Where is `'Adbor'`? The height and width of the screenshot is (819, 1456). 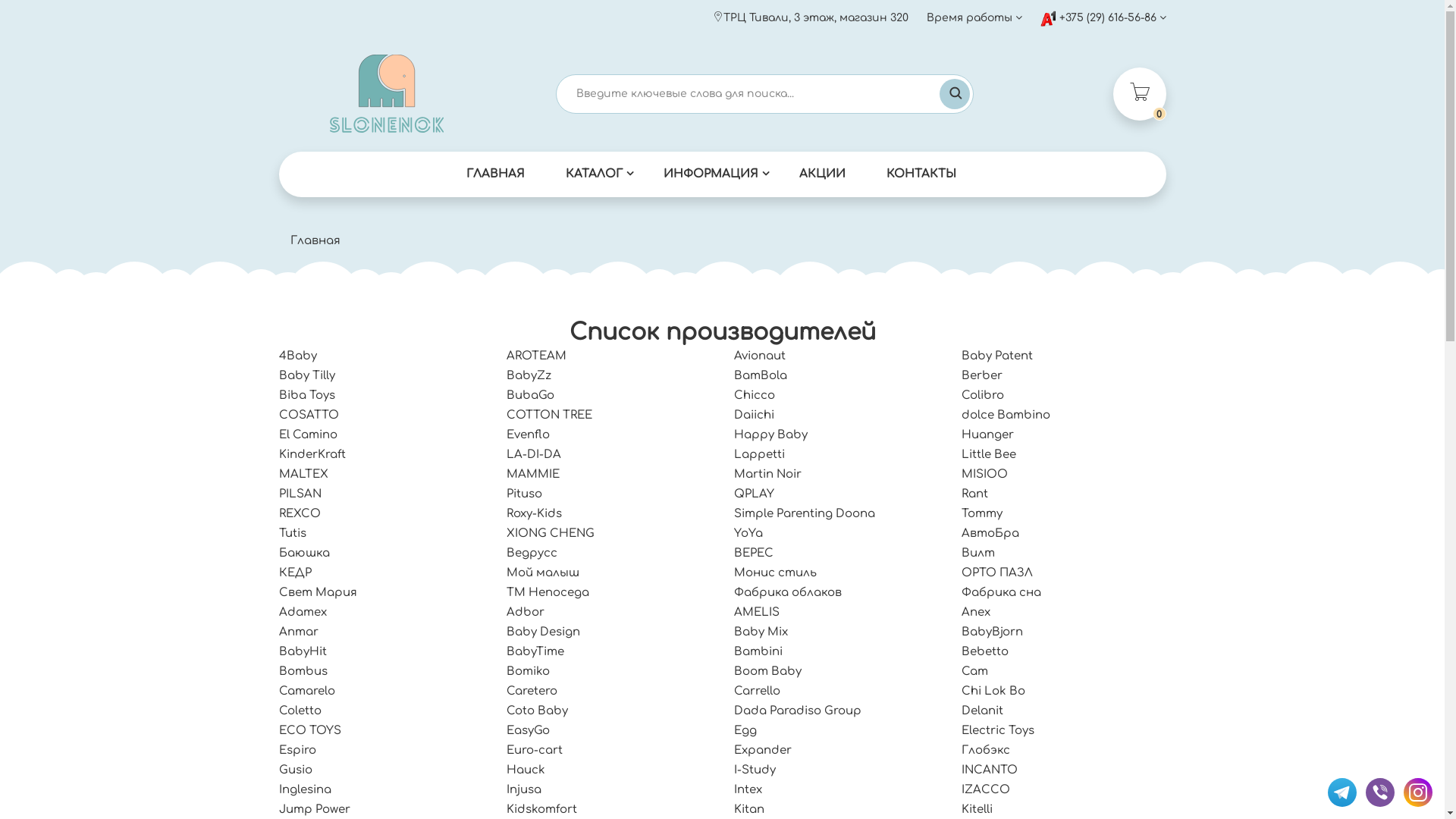
'Adbor' is located at coordinates (525, 611).